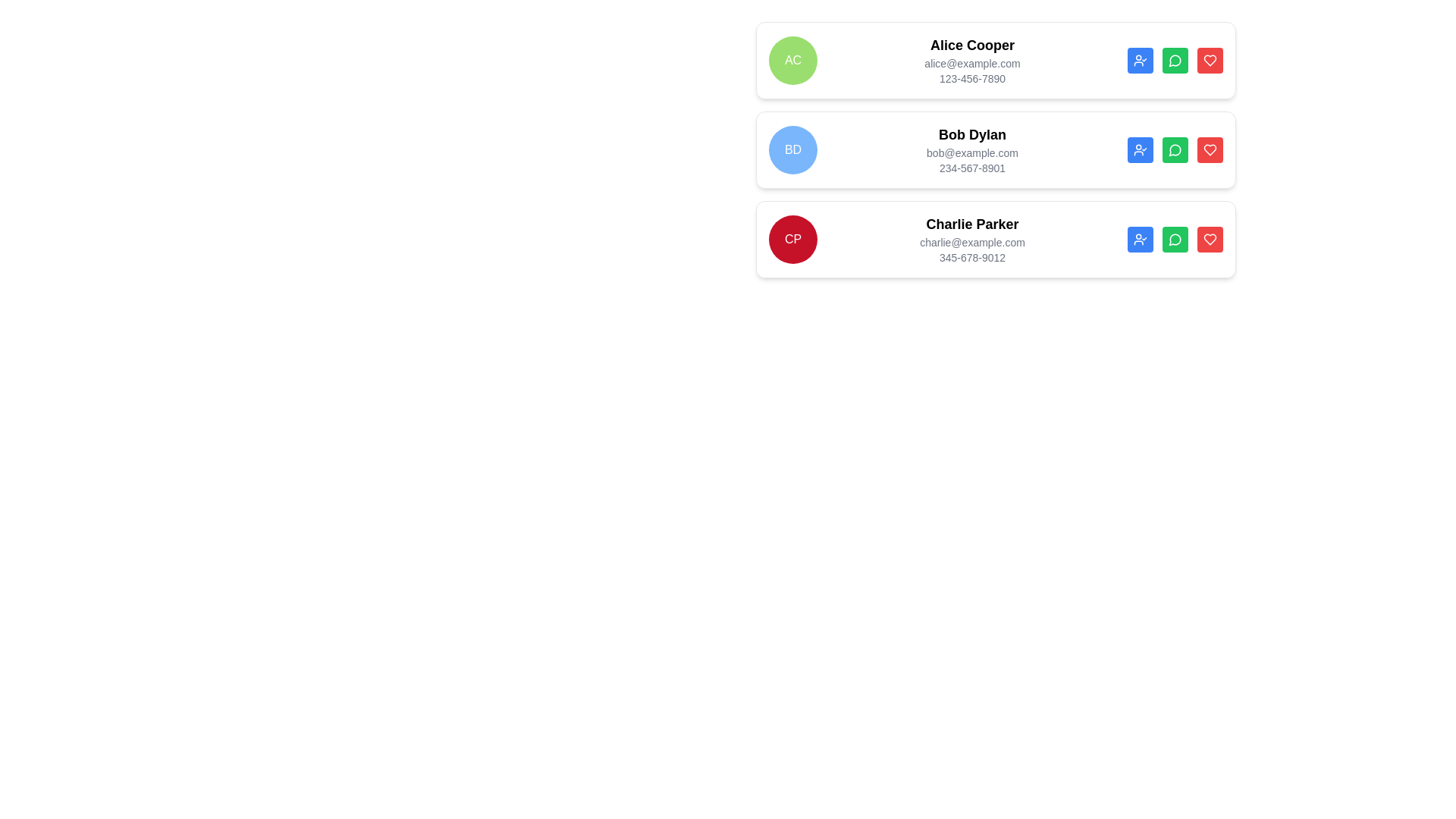 This screenshot has height=819, width=1456. I want to click on the user approval icon located in the first action button from the left in the actions section of the second list item next to the contact entry for 'Bob Dylan', so click(1140, 149).